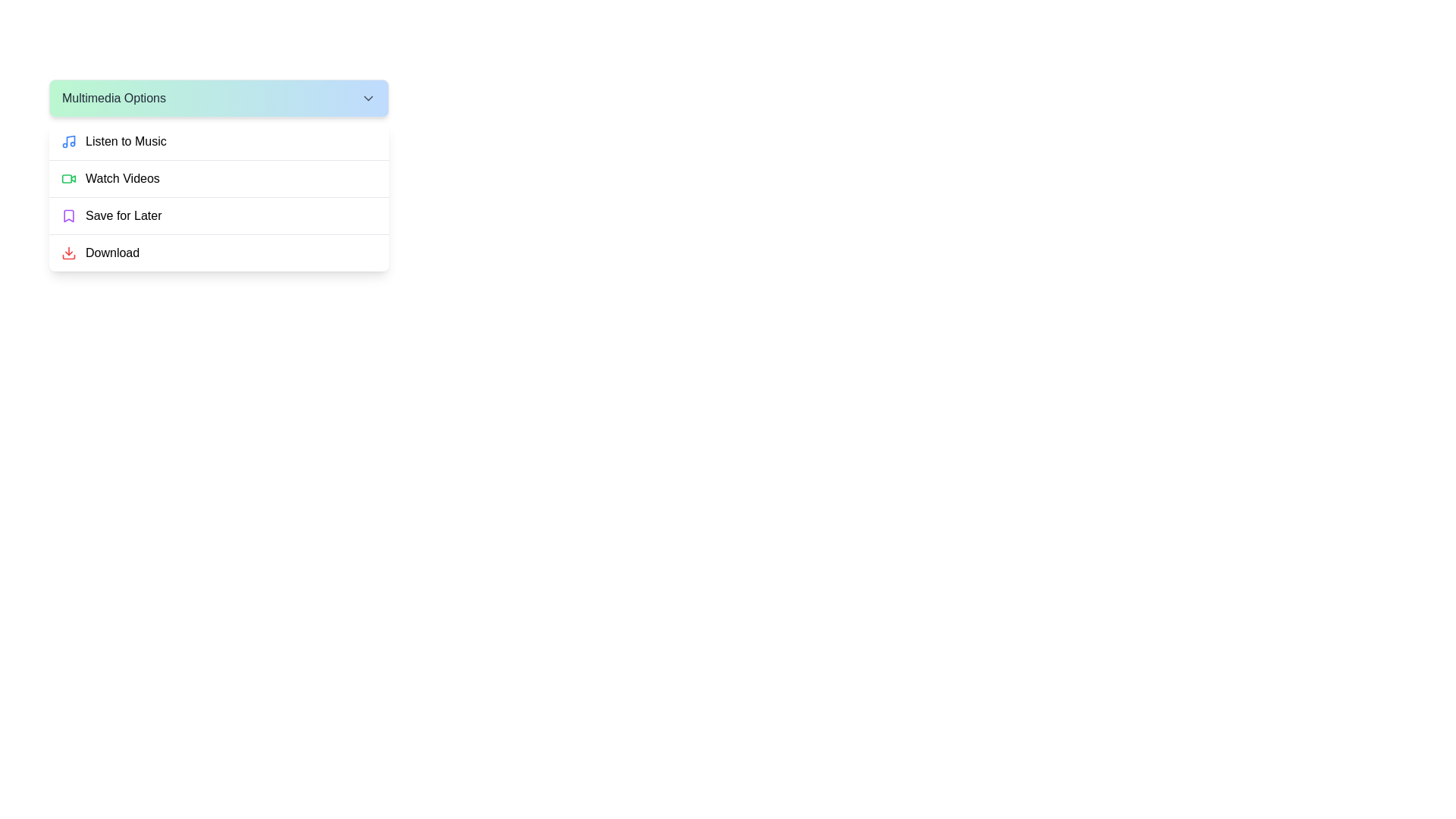 The width and height of the screenshot is (1456, 819). Describe the element at coordinates (66, 177) in the screenshot. I see `the SVG rectangle within the video camera icon, which is located slightly to the left and towards the center of the icon, adjacent to the 'Watch Videos' label` at that location.